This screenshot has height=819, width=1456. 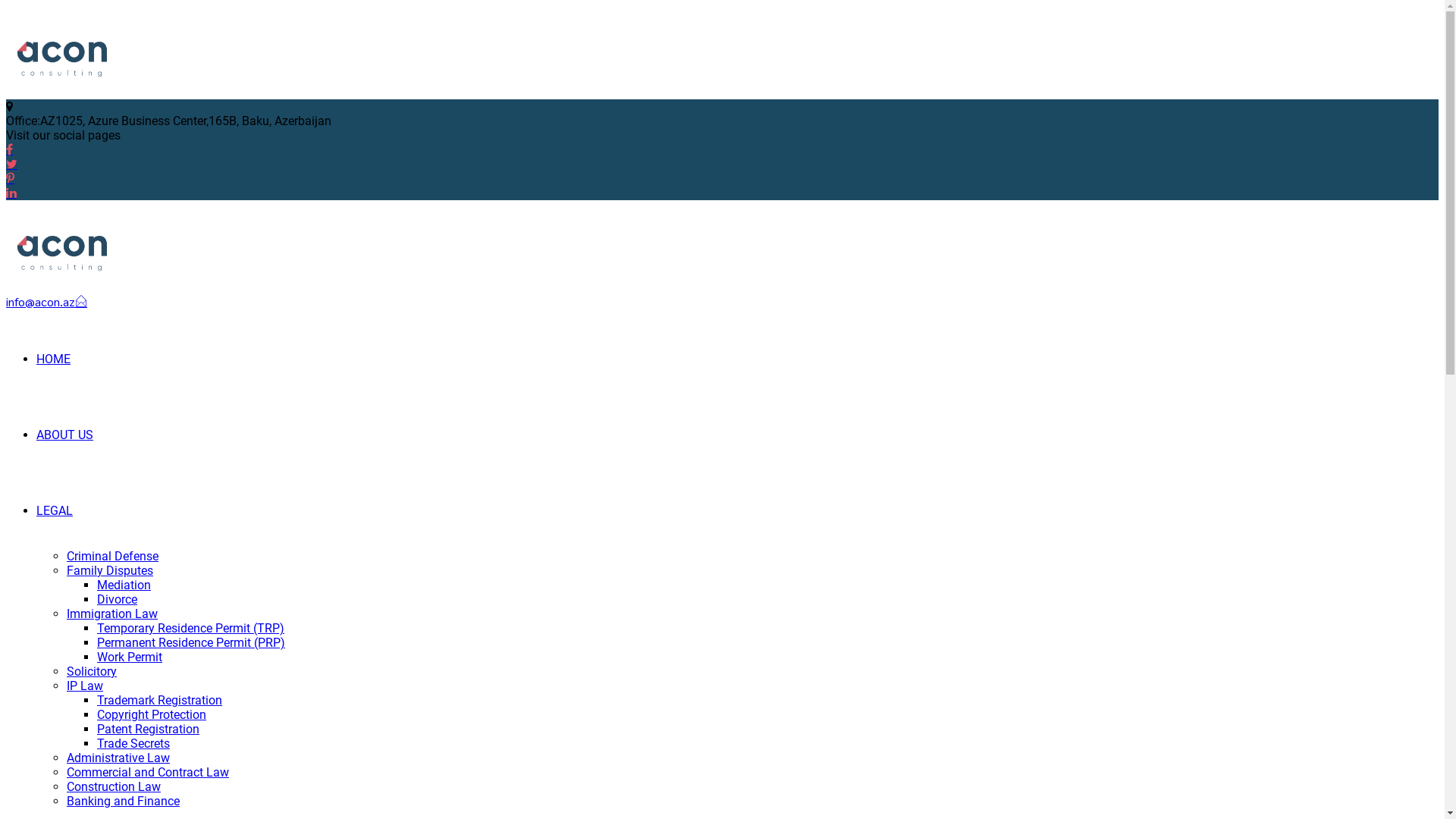 I want to click on 'ABOUT US', so click(x=36, y=435).